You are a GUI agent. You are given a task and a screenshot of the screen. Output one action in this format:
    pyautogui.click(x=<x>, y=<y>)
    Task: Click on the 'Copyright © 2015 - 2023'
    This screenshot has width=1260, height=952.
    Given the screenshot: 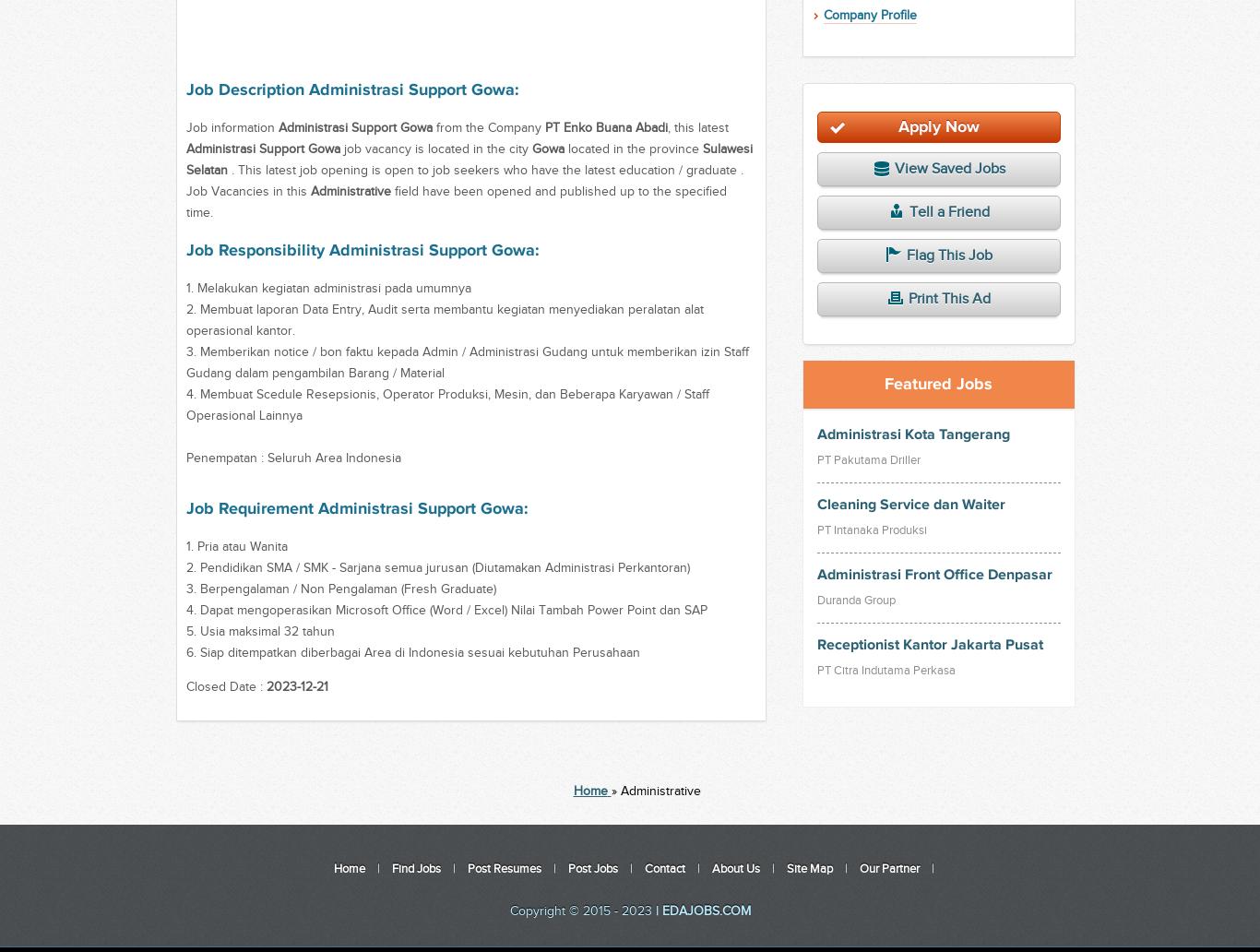 What is the action you would take?
    pyautogui.click(x=509, y=910)
    